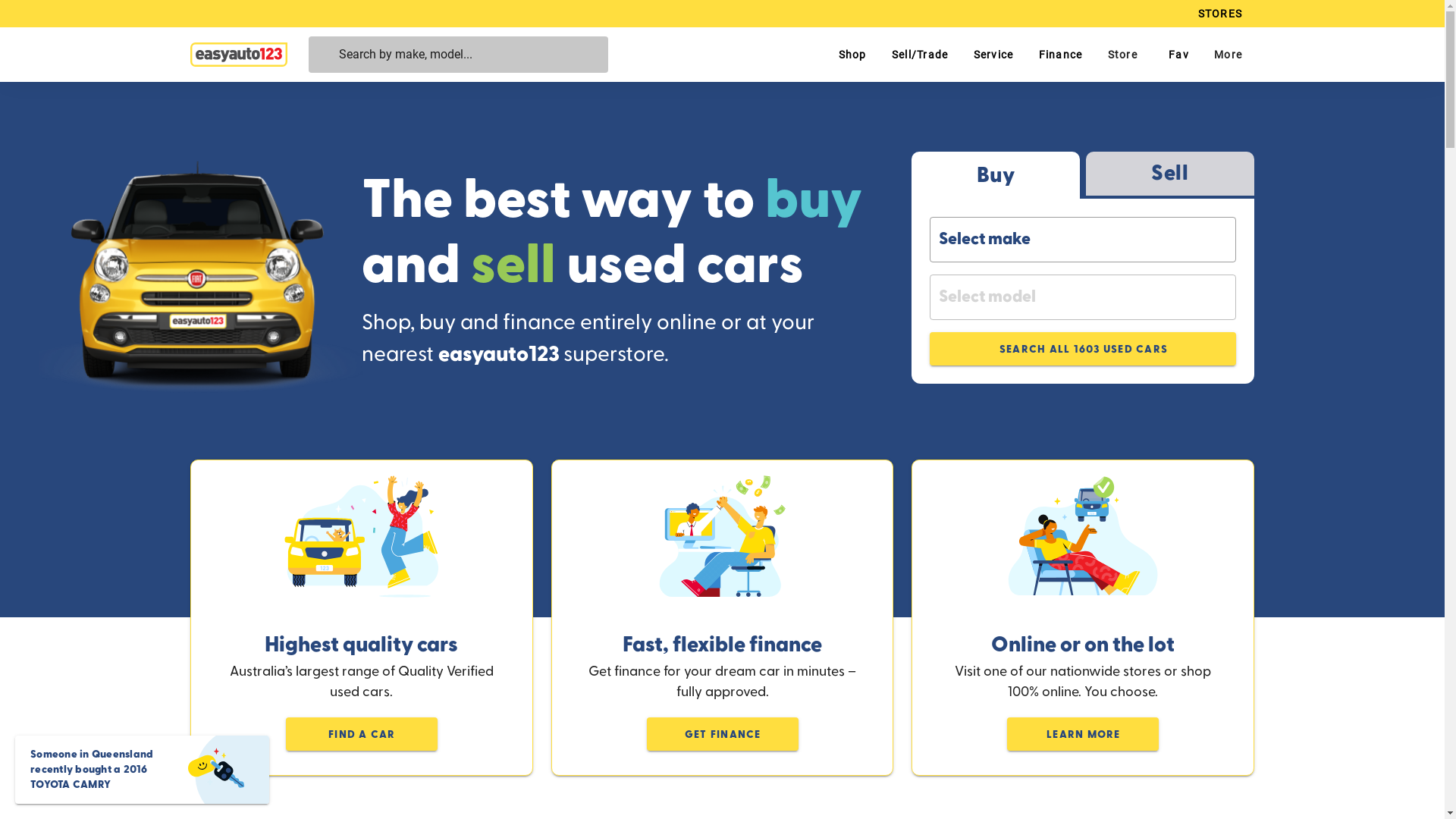 The image size is (1456, 819). What do you see at coordinates (1081, 733) in the screenshot?
I see `'LEARN MORE'` at bounding box center [1081, 733].